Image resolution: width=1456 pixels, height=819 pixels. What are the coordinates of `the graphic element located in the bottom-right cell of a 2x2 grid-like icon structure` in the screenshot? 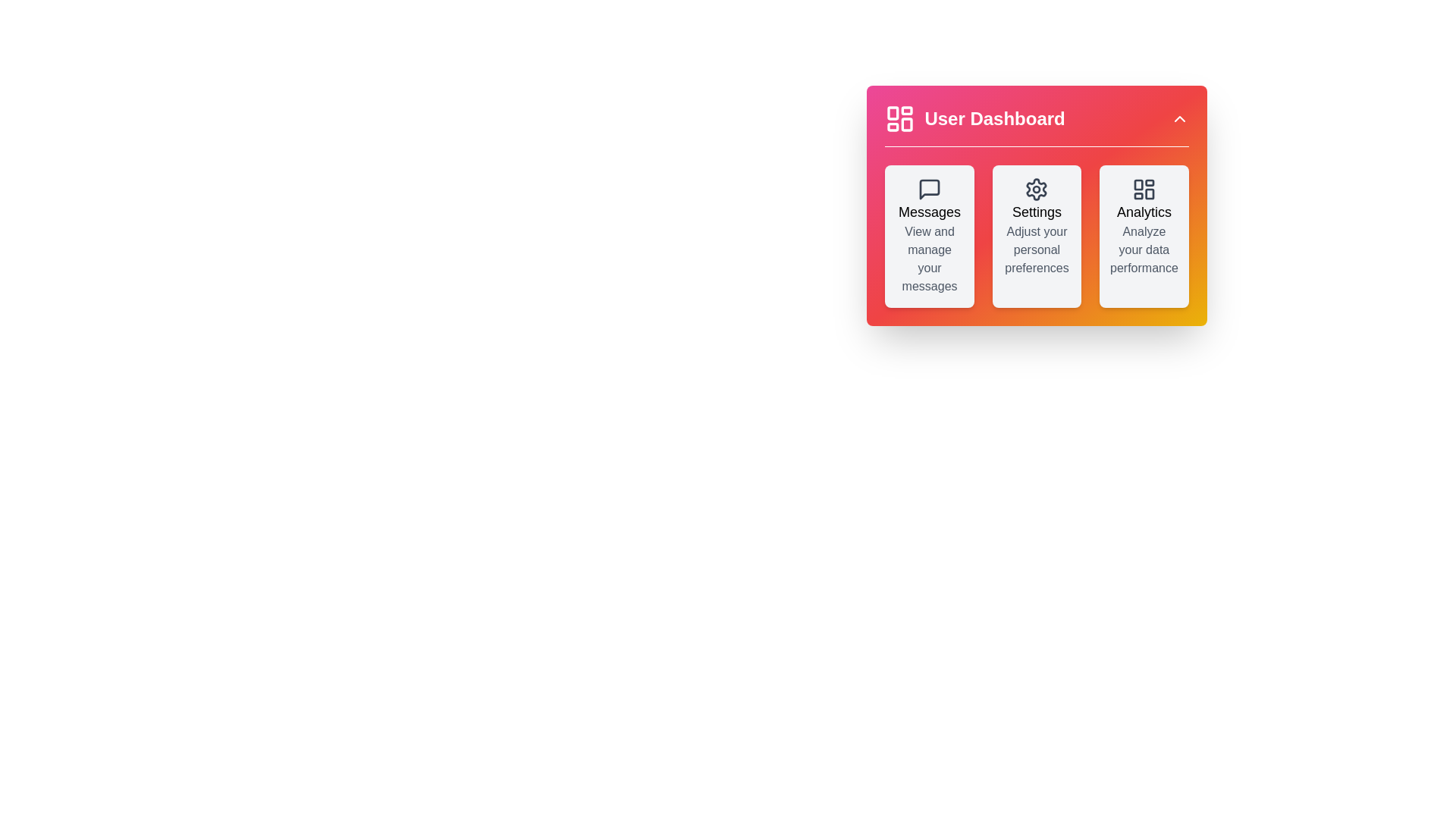 It's located at (1150, 193).